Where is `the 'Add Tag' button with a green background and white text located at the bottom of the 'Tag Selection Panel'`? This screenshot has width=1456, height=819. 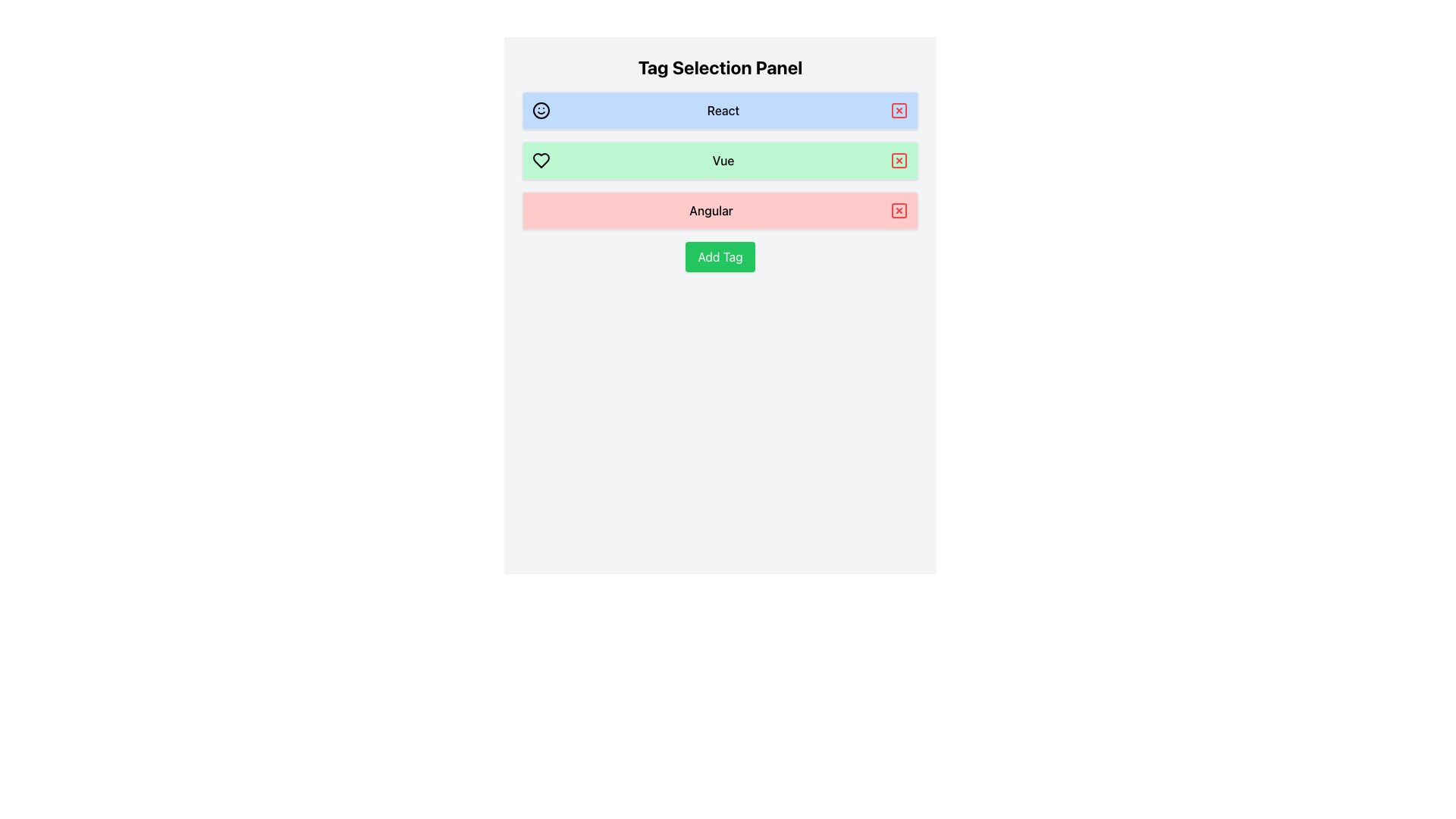
the 'Add Tag' button with a green background and white text located at the bottom of the 'Tag Selection Panel' is located at coordinates (720, 256).